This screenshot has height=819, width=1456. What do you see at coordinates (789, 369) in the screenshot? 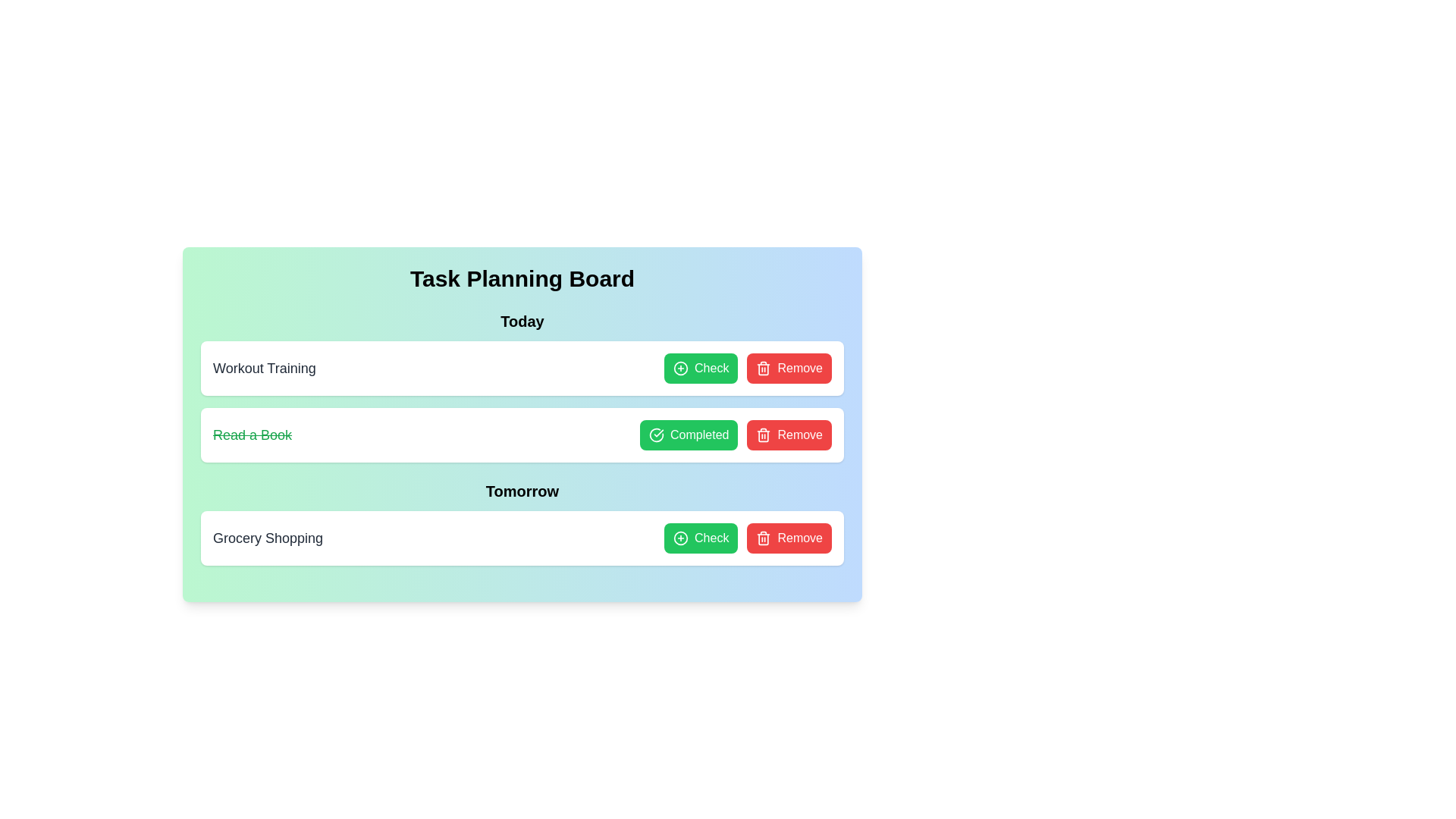
I see `the 'Remove' button for the task titled 'Workout Training'` at bounding box center [789, 369].